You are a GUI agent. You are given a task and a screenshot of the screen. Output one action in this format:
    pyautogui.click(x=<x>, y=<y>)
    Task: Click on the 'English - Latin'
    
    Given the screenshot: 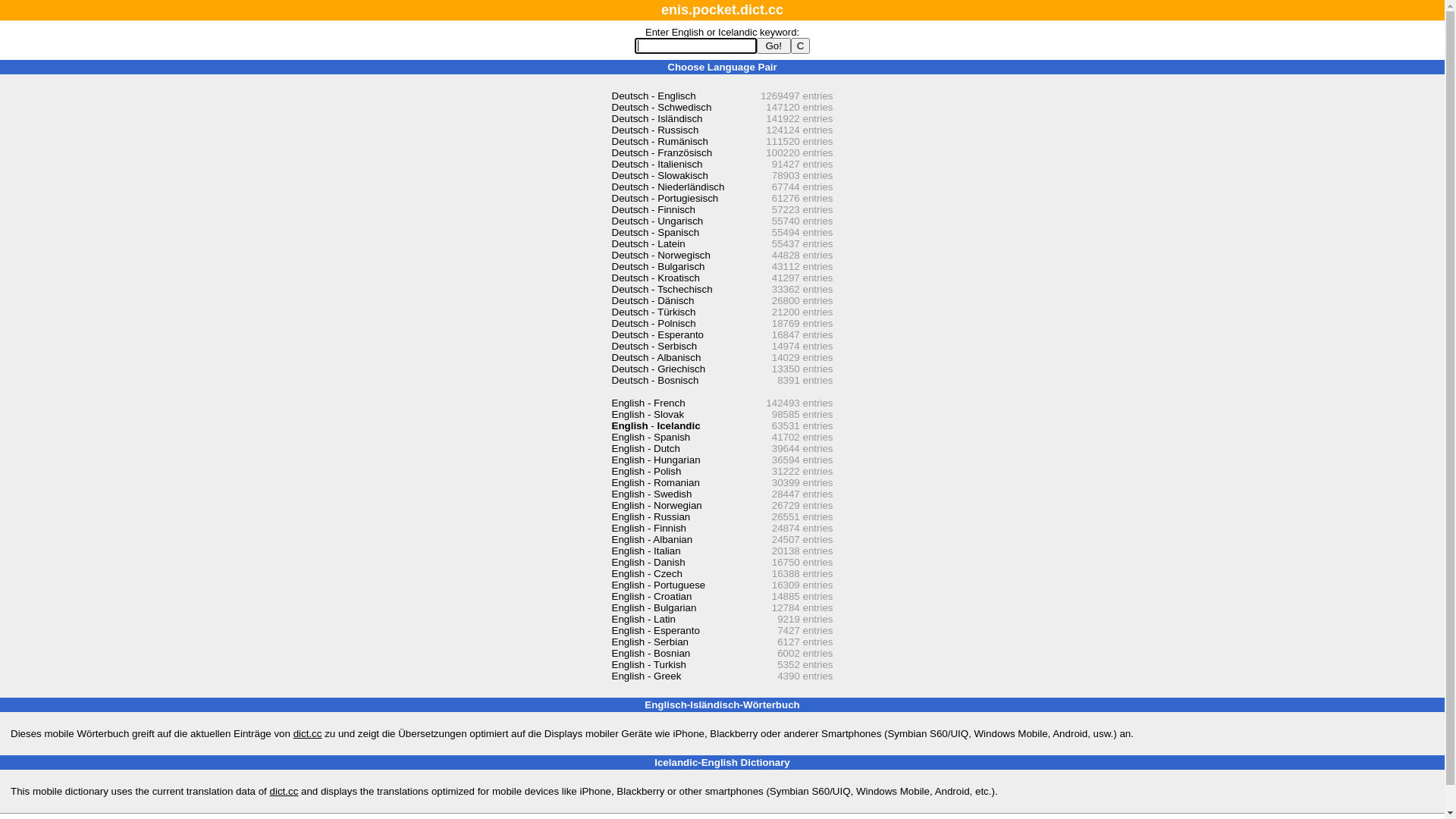 What is the action you would take?
    pyautogui.click(x=643, y=619)
    